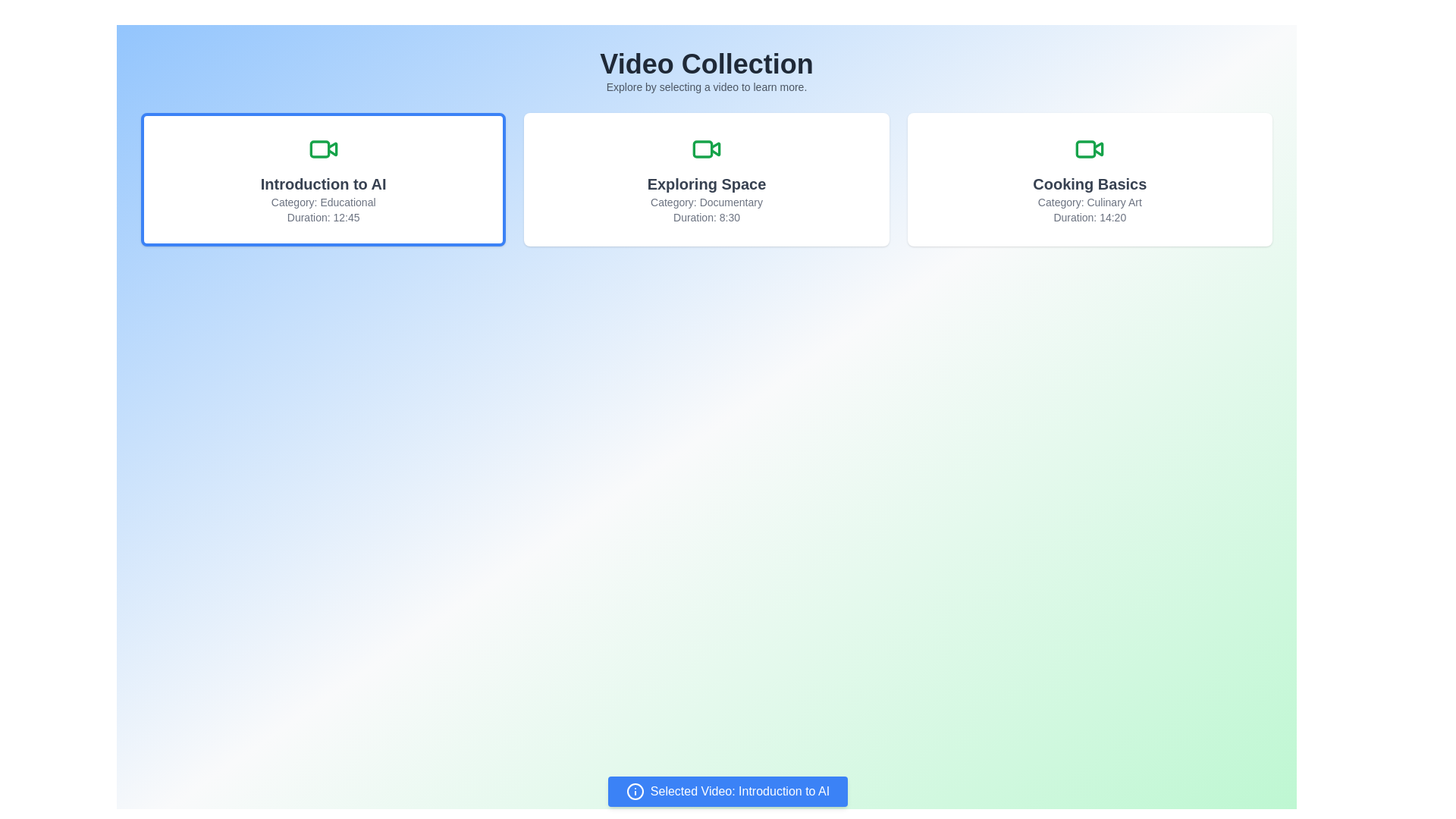 The image size is (1456, 819). Describe the element at coordinates (705, 178) in the screenshot. I see `the second button-like card element in the video collection grid` at that location.